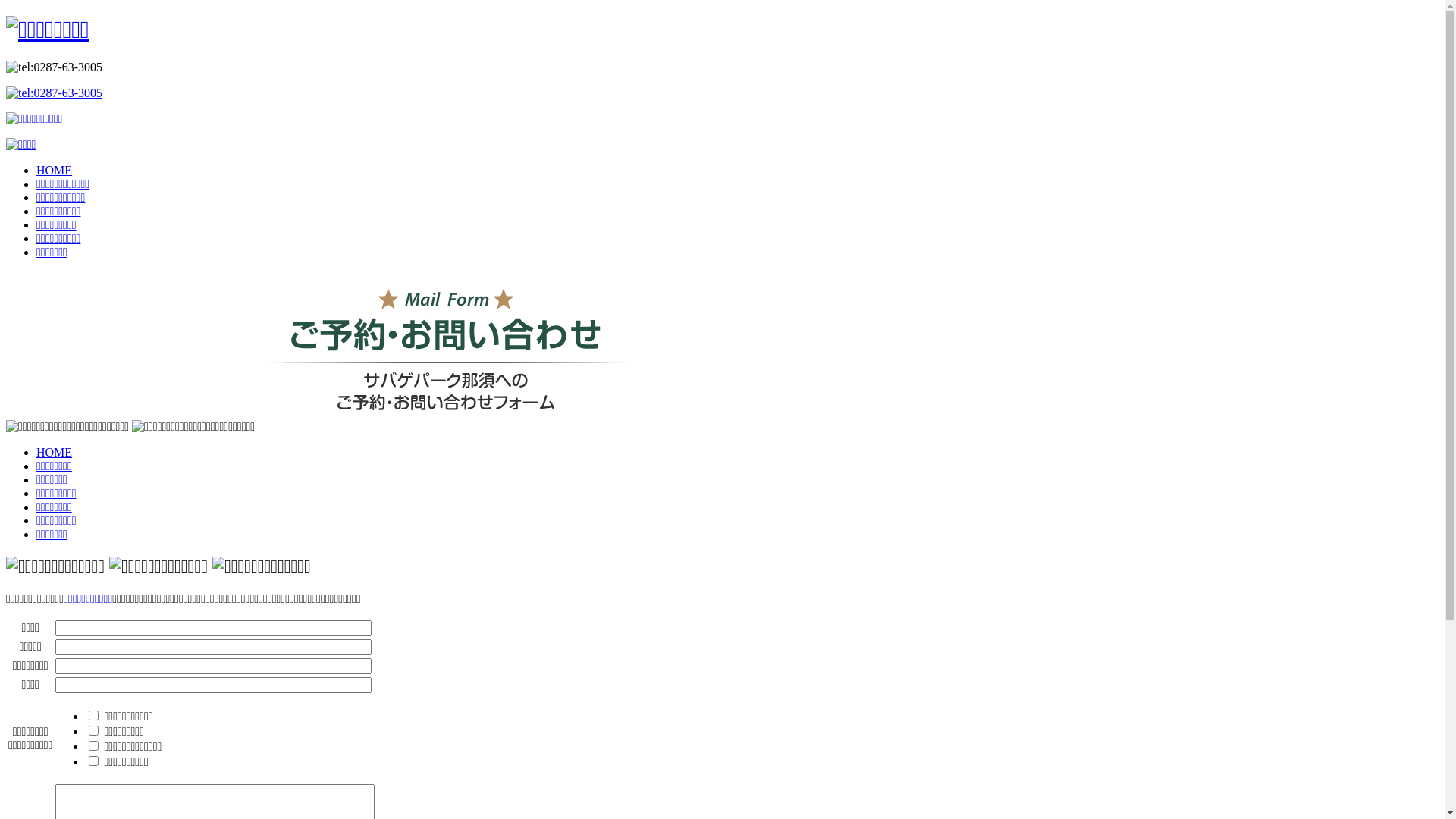  What do you see at coordinates (36, 170) in the screenshot?
I see `'HOME'` at bounding box center [36, 170].